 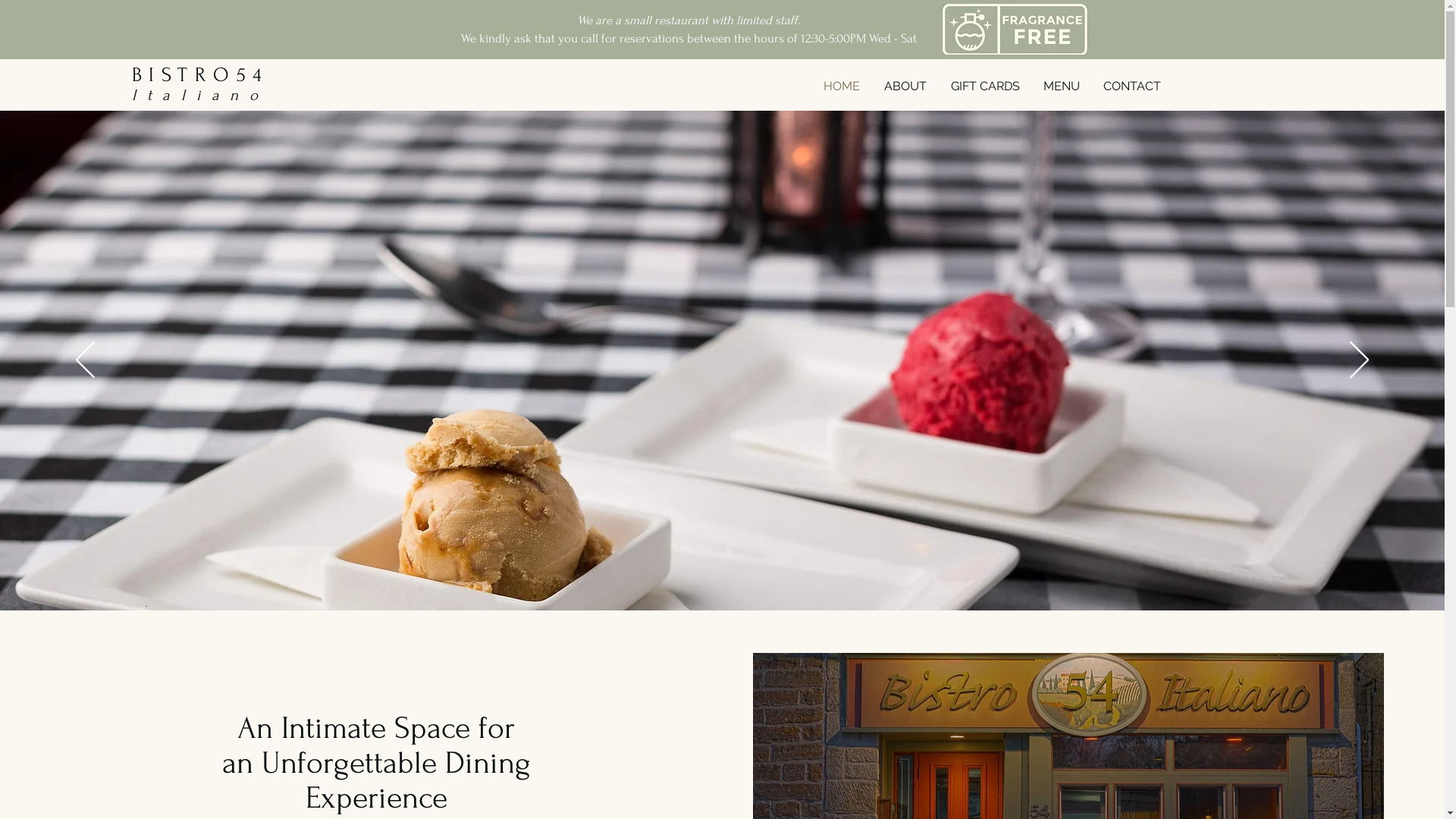 I want to click on 'CONTACT', so click(x=1131, y=86).